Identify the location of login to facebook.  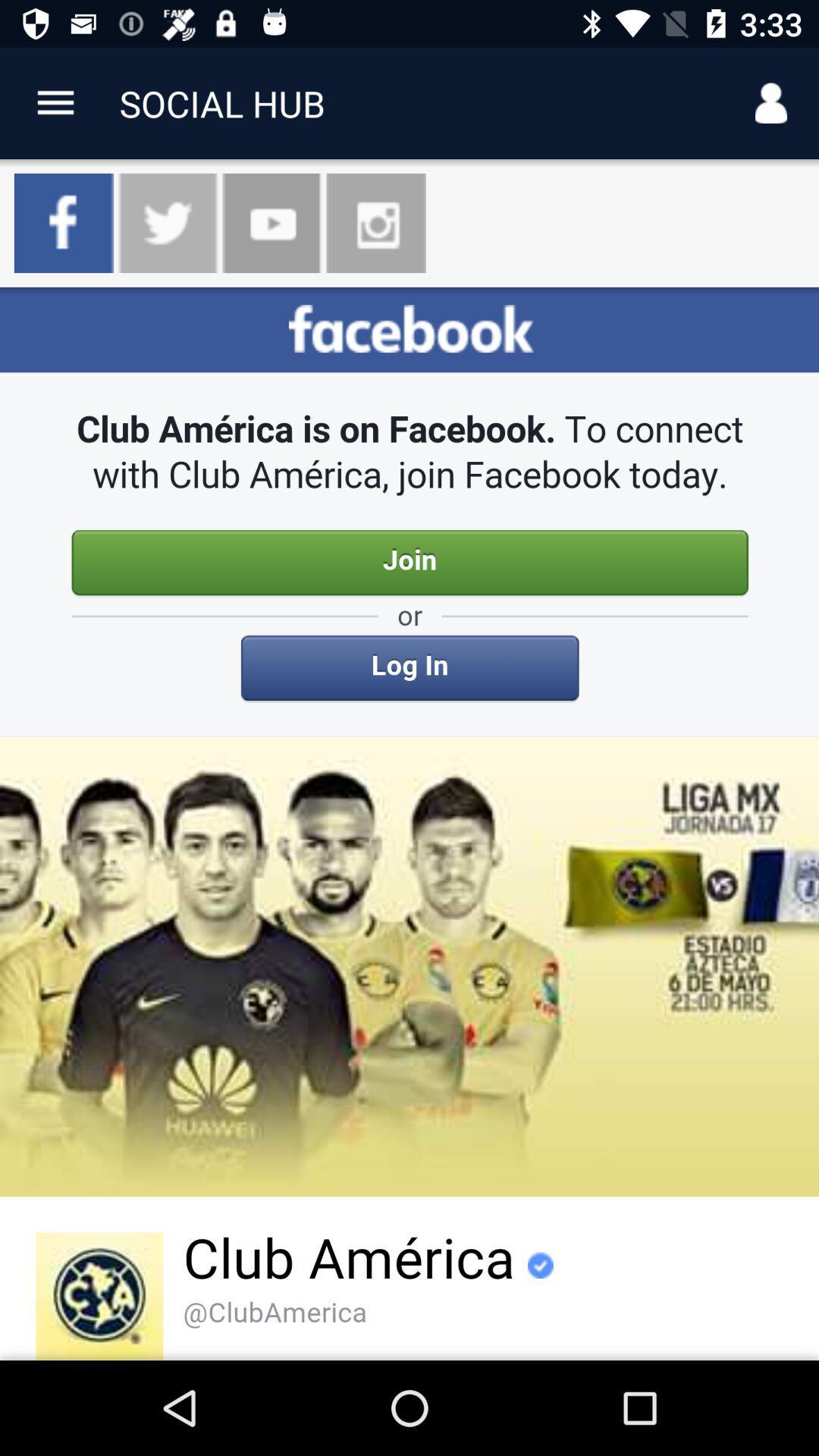
(409, 823).